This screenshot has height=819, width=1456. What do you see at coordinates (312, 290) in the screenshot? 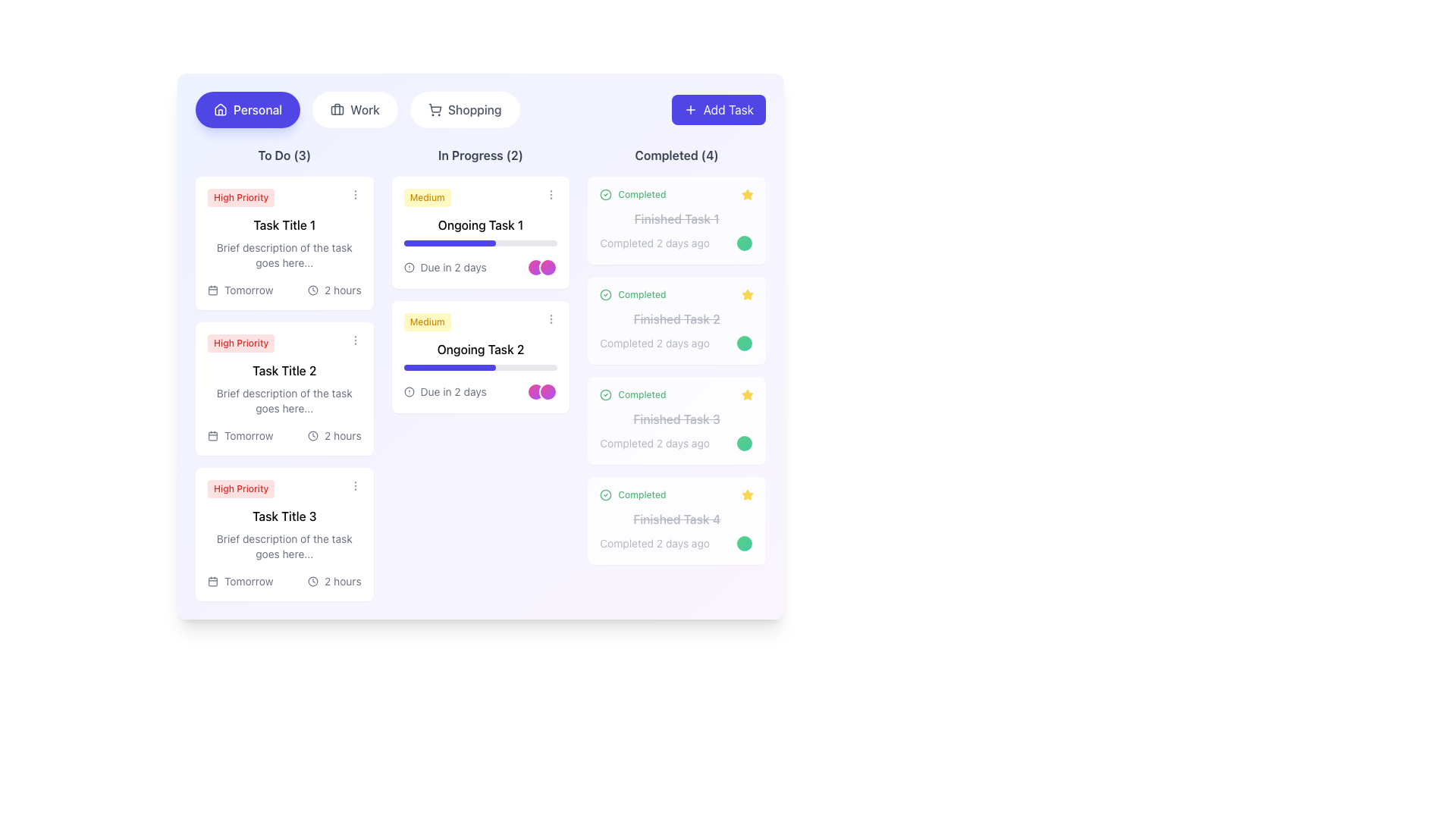
I see `the circular graphic element representing a clock face located in the top right corner of the 'To Do' section` at bounding box center [312, 290].